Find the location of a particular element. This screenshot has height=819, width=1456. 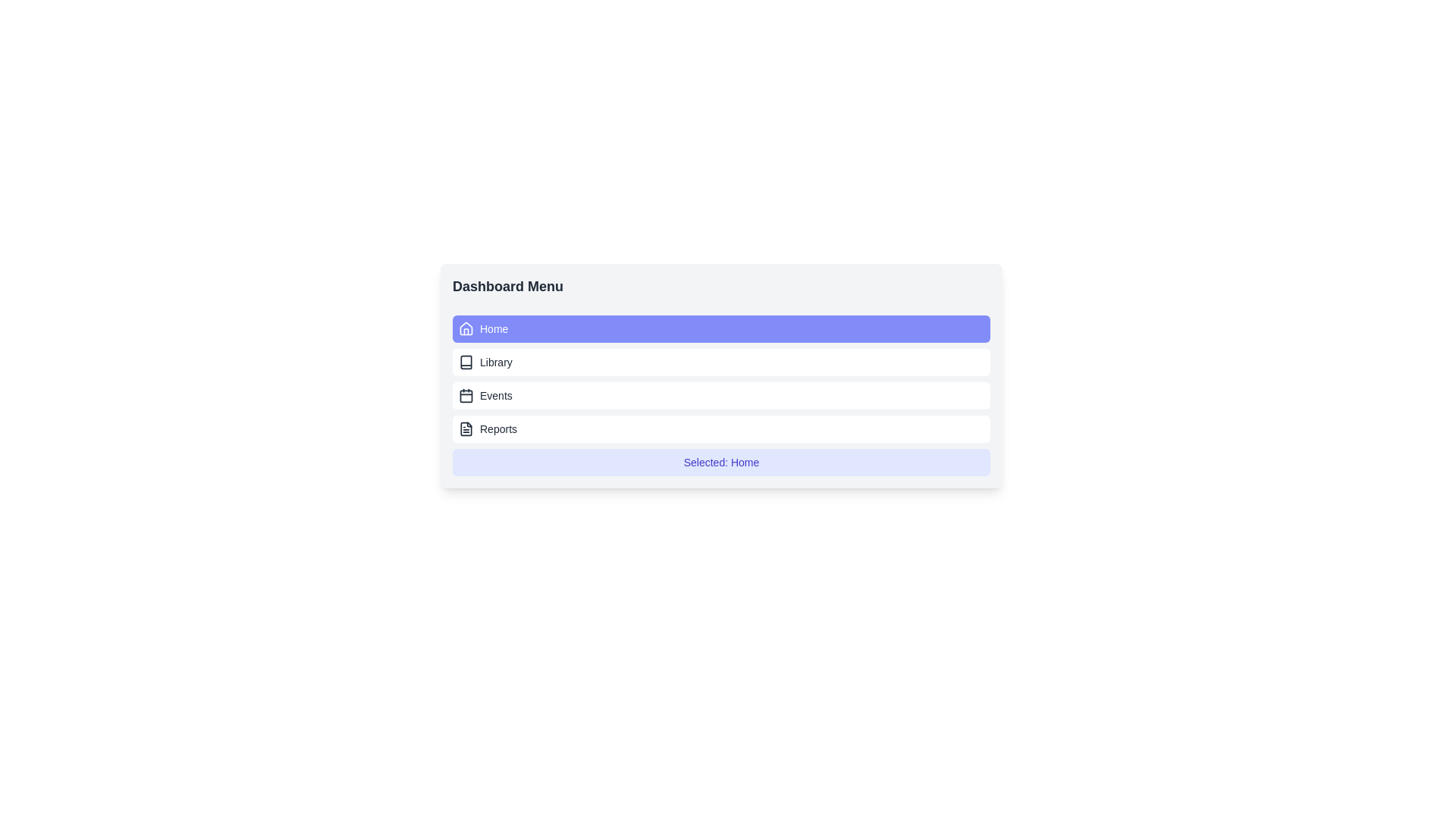

the menu button labeled Reports is located at coordinates (720, 429).